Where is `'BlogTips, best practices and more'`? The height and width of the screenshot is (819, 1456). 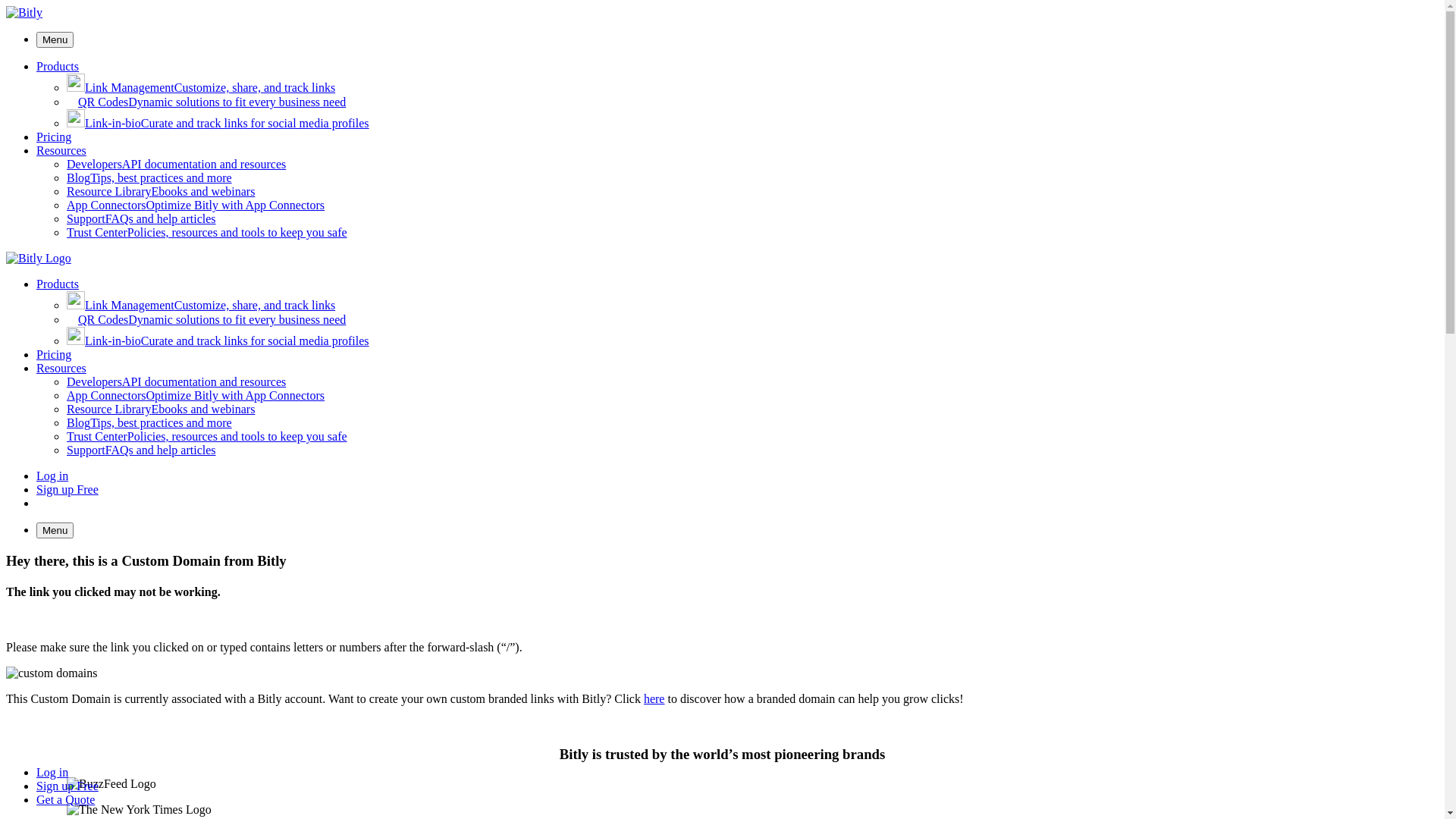
'BlogTips, best practices and more' is located at coordinates (149, 422).